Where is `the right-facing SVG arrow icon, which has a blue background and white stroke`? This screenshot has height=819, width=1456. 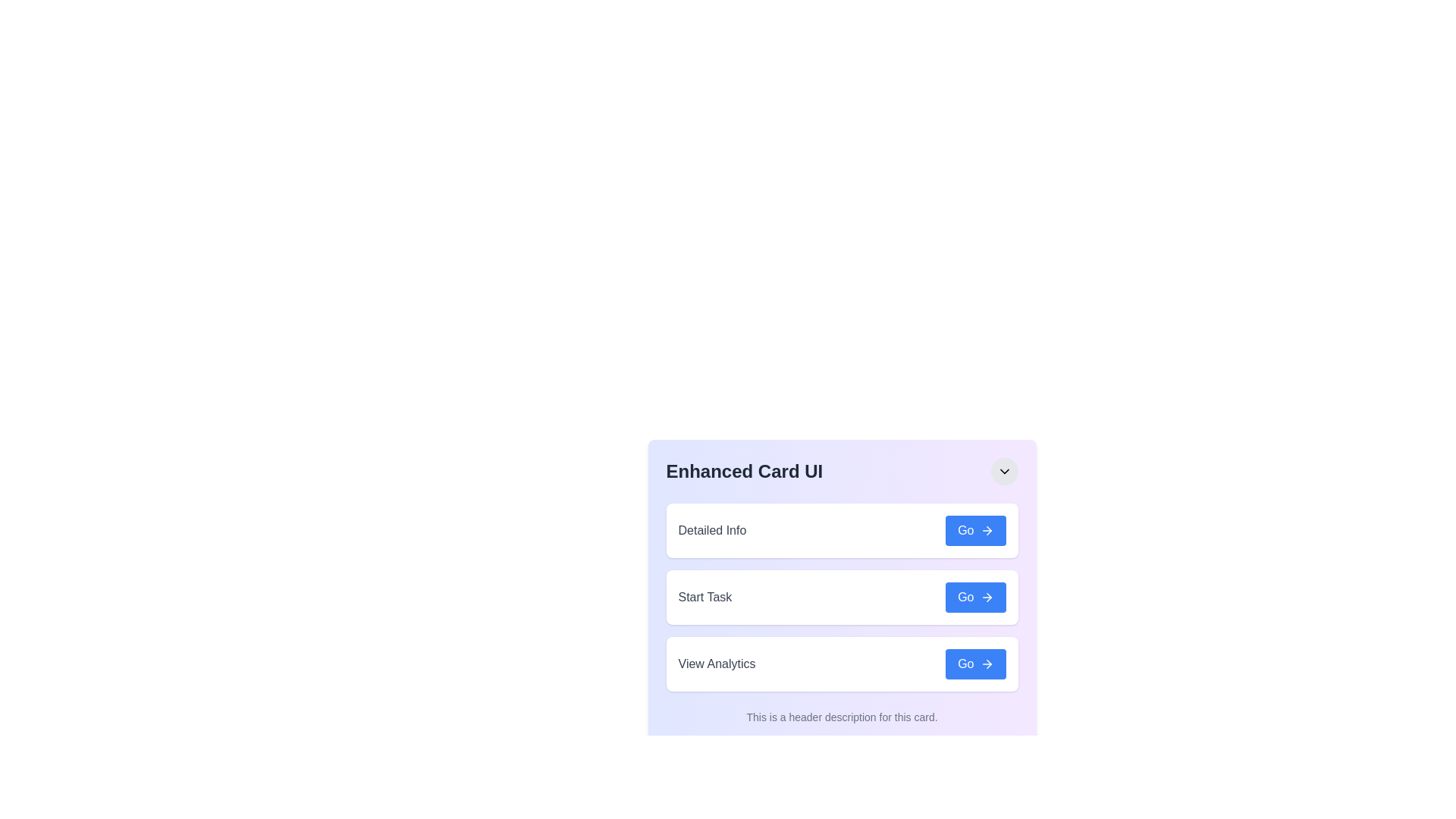 the right-facing SVG arrow icon, which has a blue background and white stroke is located at coordinates (987, 529).